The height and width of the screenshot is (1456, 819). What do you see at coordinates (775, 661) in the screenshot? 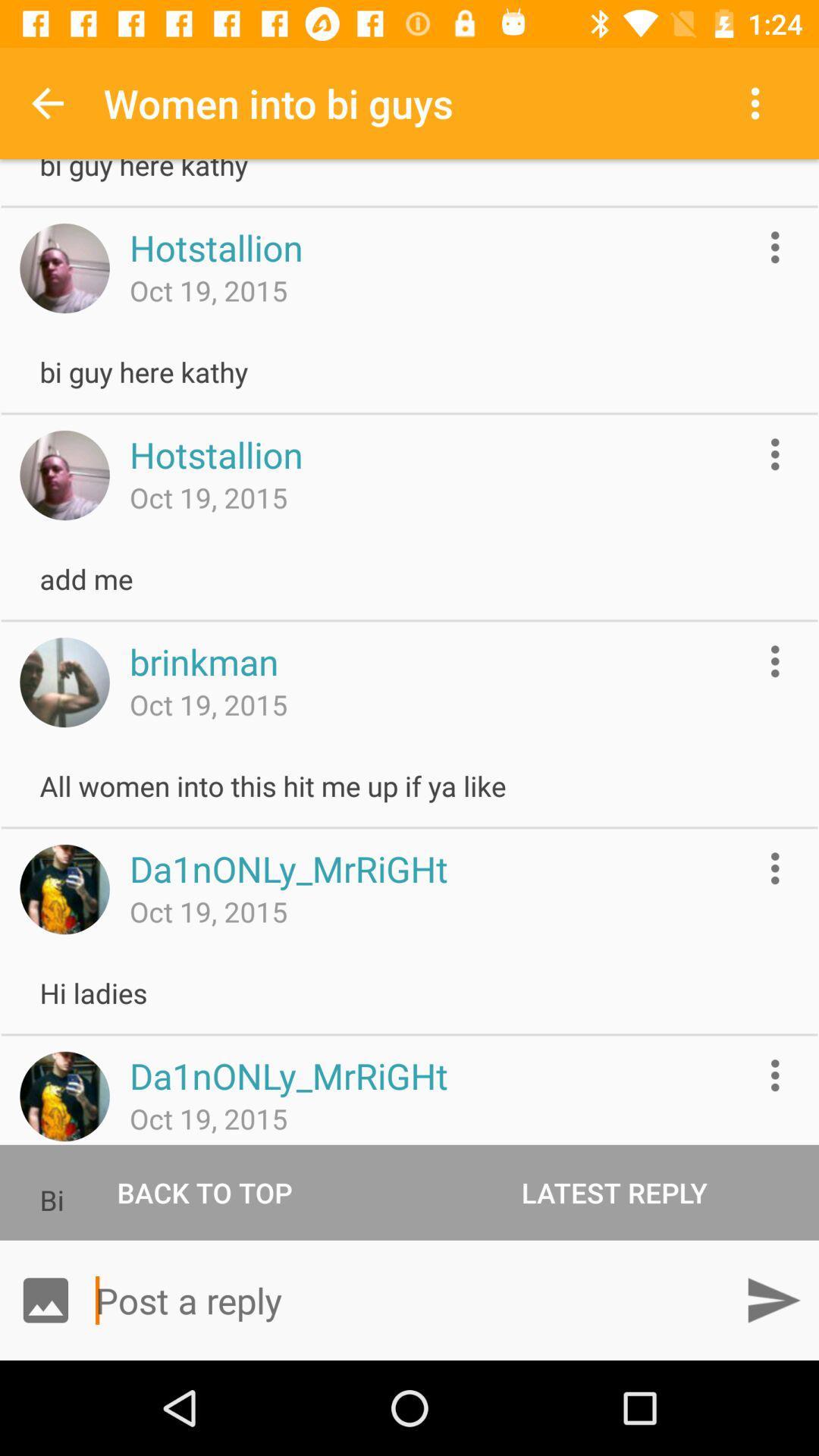
I see `more options` at bounding box center [775, 661].